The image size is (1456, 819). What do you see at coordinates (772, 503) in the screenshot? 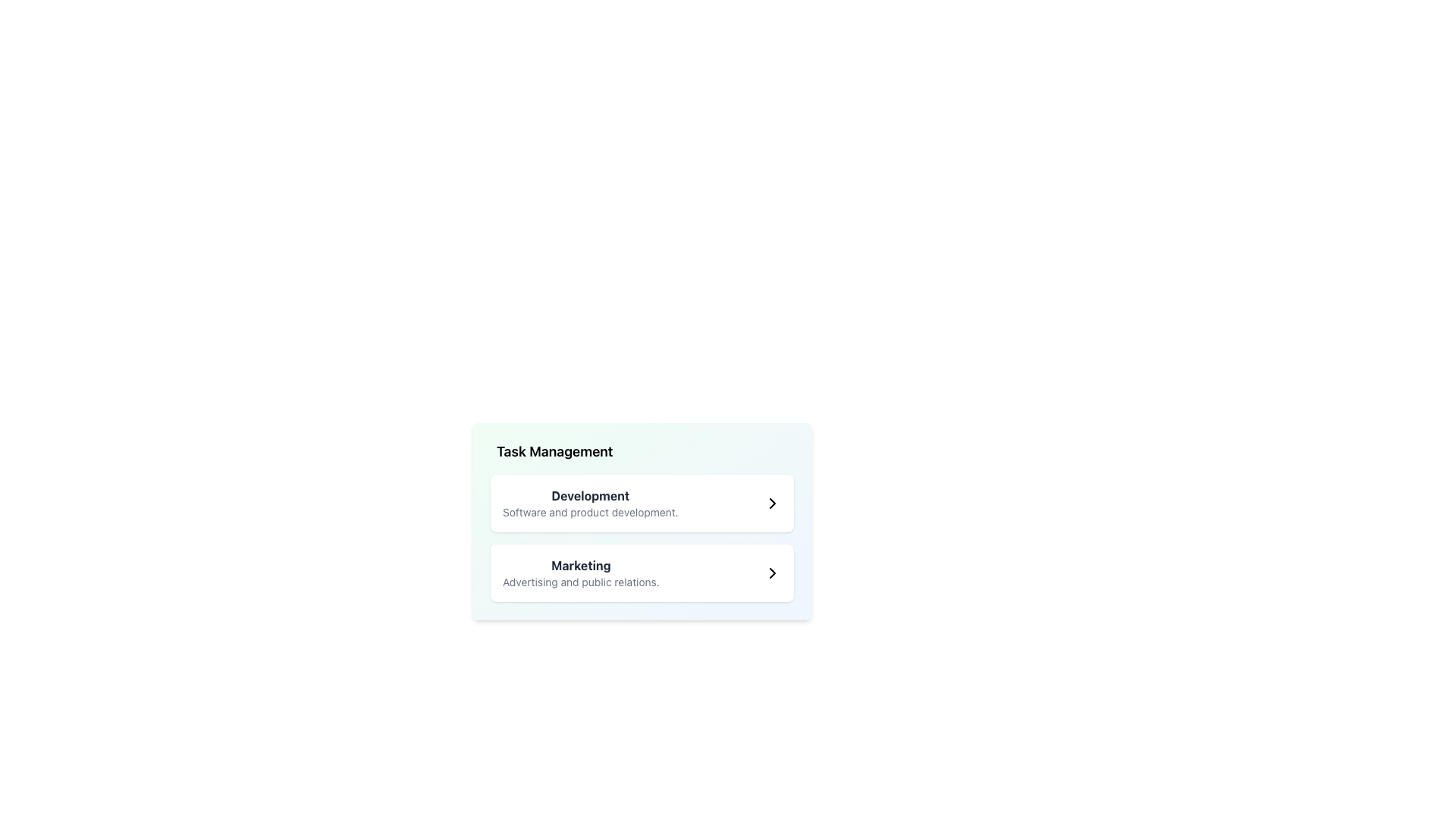
I see `the chevron icon located to the right side of the 'Development' list item` at bounding box center [772, 503].